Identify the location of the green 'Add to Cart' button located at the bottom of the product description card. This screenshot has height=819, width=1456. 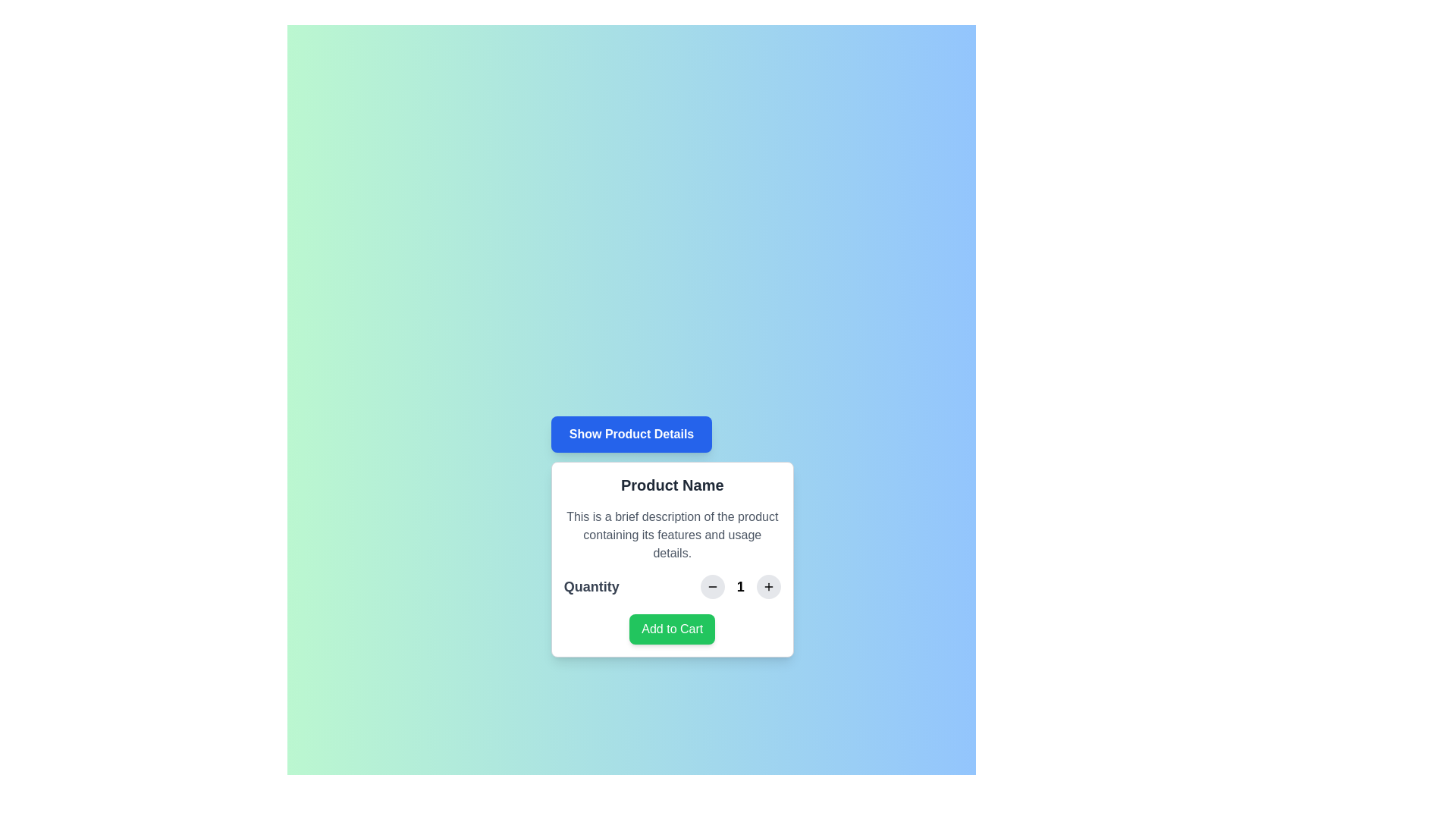
(671, 629).